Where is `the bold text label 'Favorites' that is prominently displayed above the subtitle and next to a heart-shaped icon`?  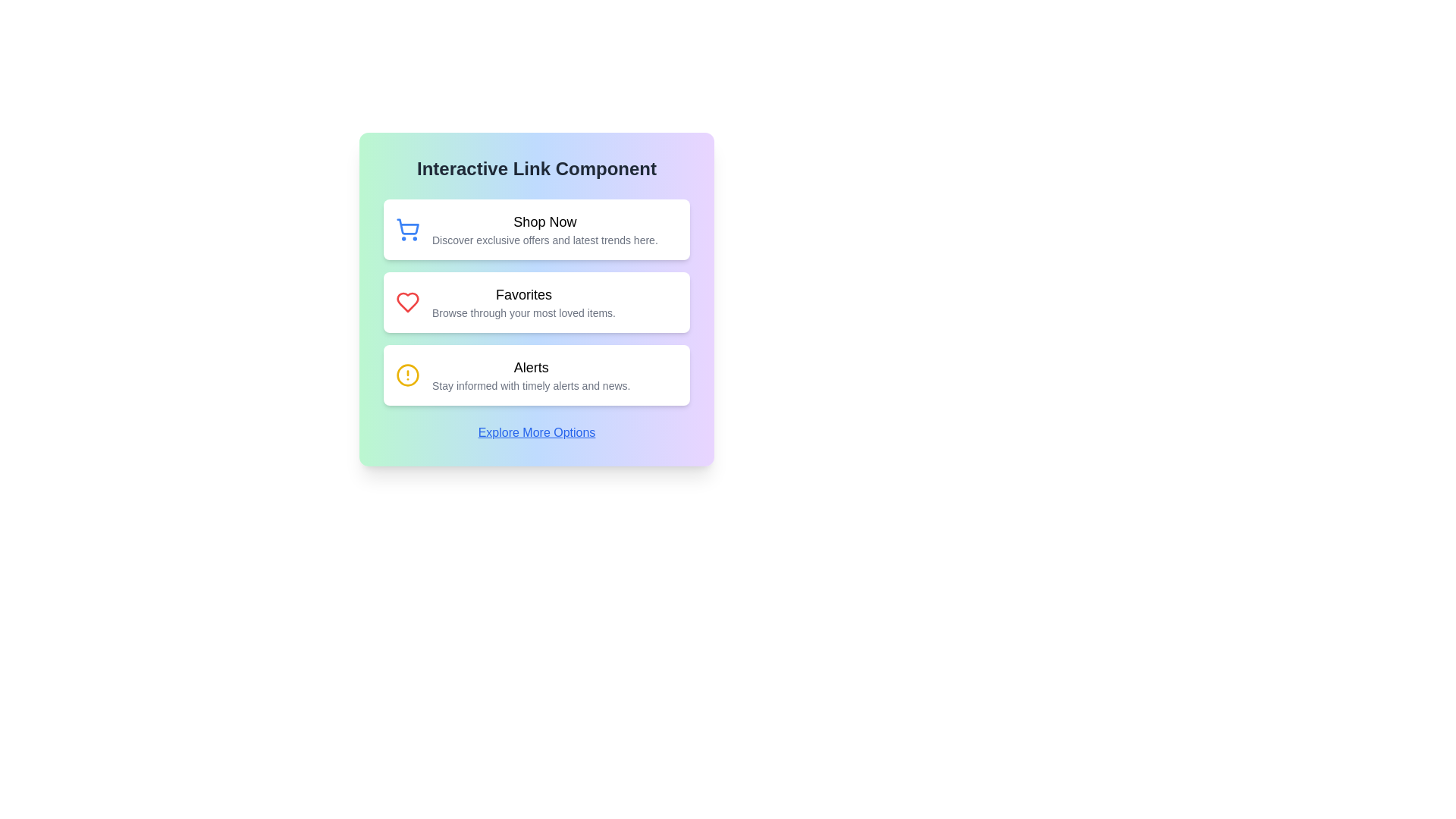 the bold text label 'Favorites' that is prominently displayed above the subtitle and next to a heart-shaped icon is located at coordinates (524, 295).